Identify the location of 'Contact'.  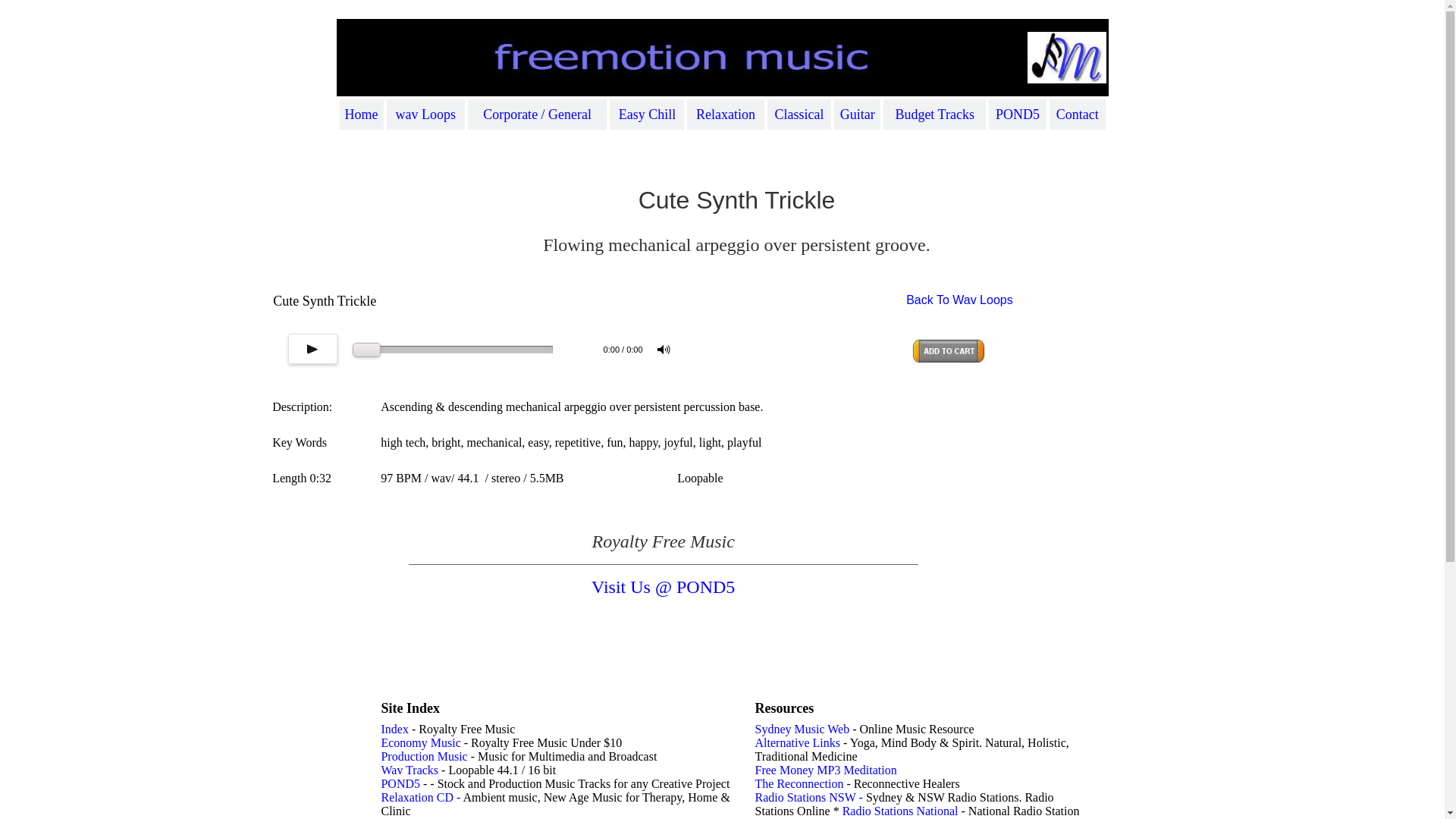
(1076, 113).